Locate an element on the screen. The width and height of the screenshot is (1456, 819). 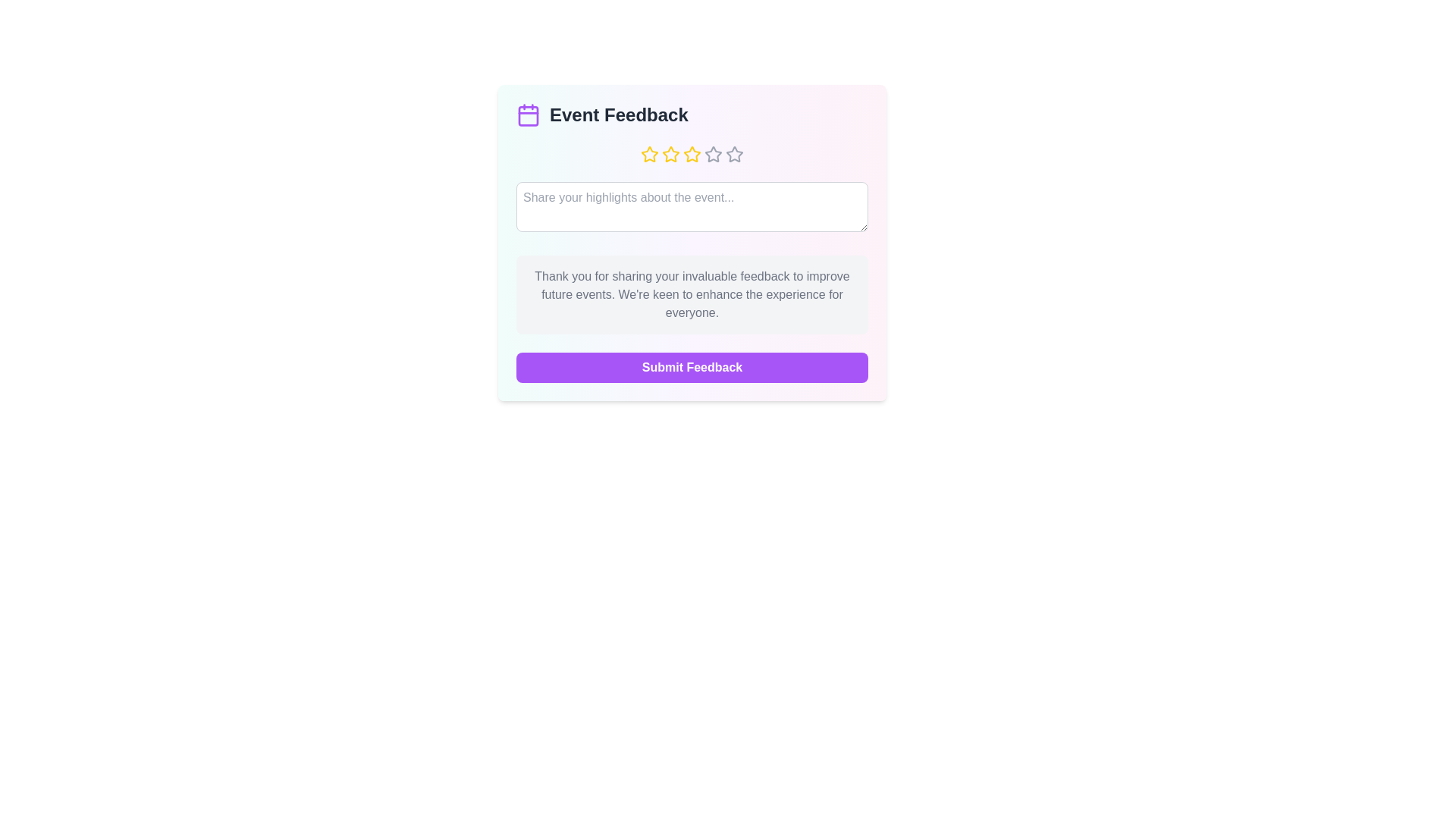
the event rating to 4 stars by clicking on the corresponding star is located at coordinates (712, 155).